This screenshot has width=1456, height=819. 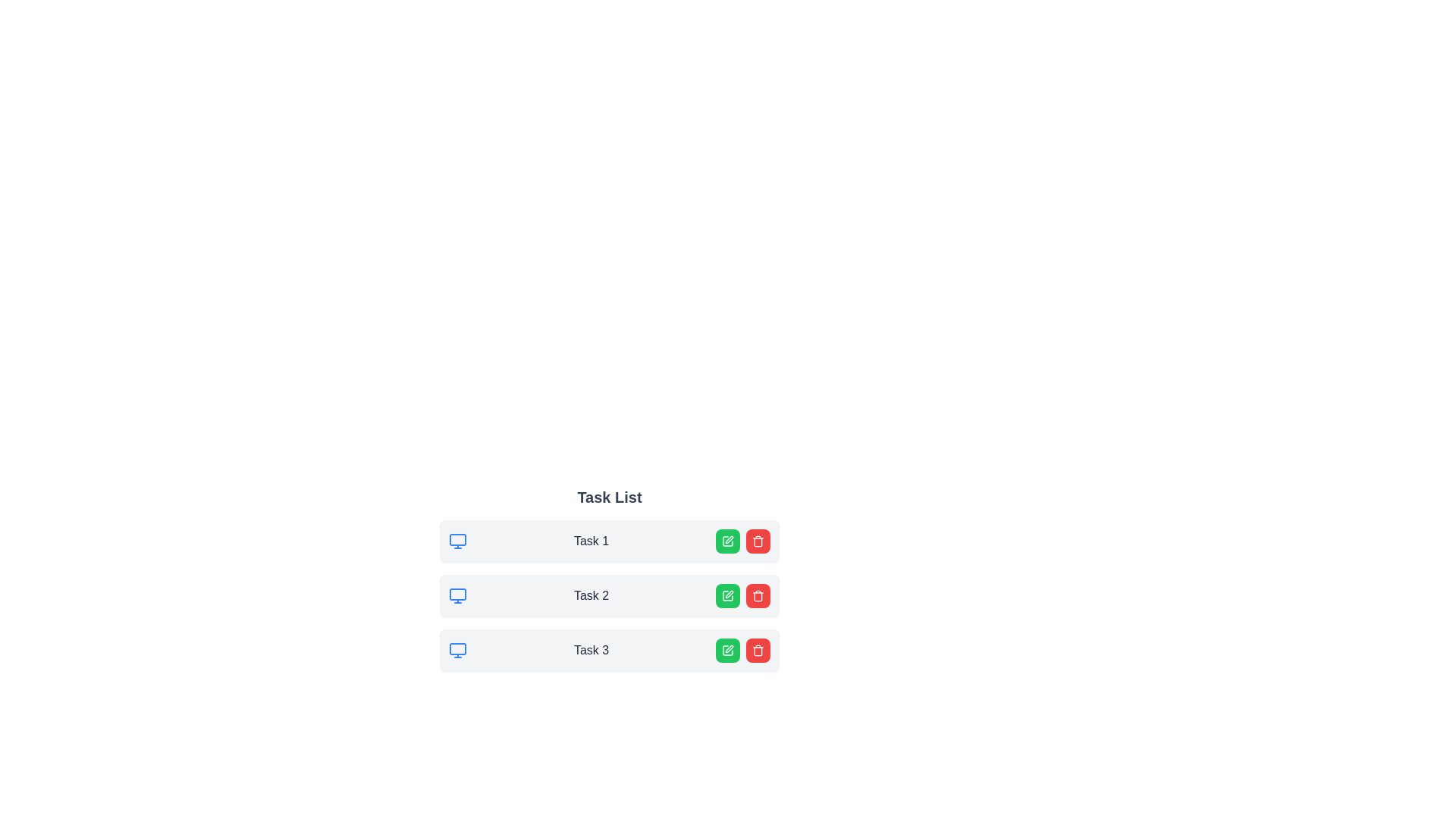 I want to click on the text label displaying 'Task 1' which is styled in dark gray and positioned in the first task row of the vertically arranged task list, so click(x=590, y=540).